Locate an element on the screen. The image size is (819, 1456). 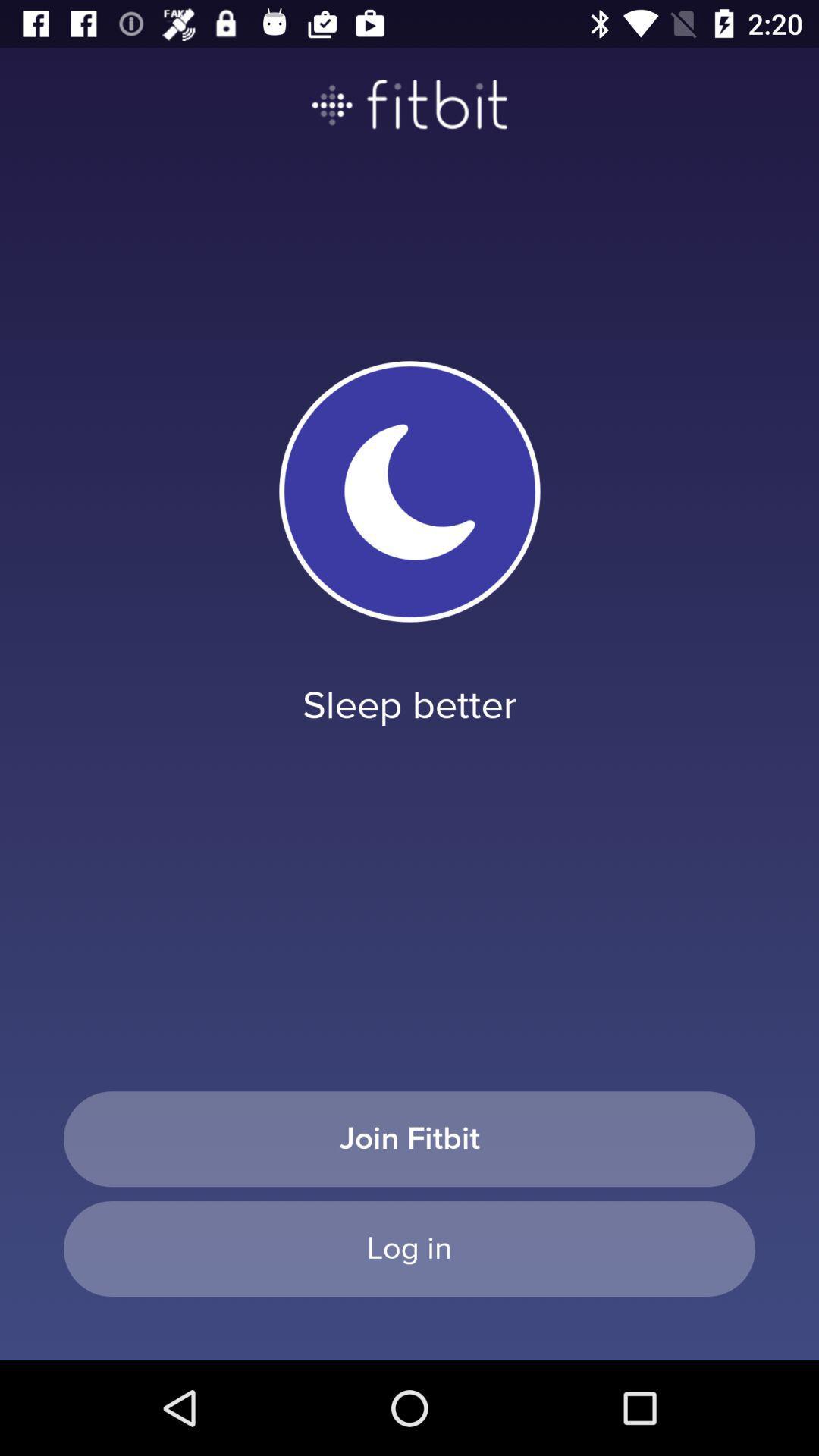
the icon above log in is located at coordinates (409, 1139).